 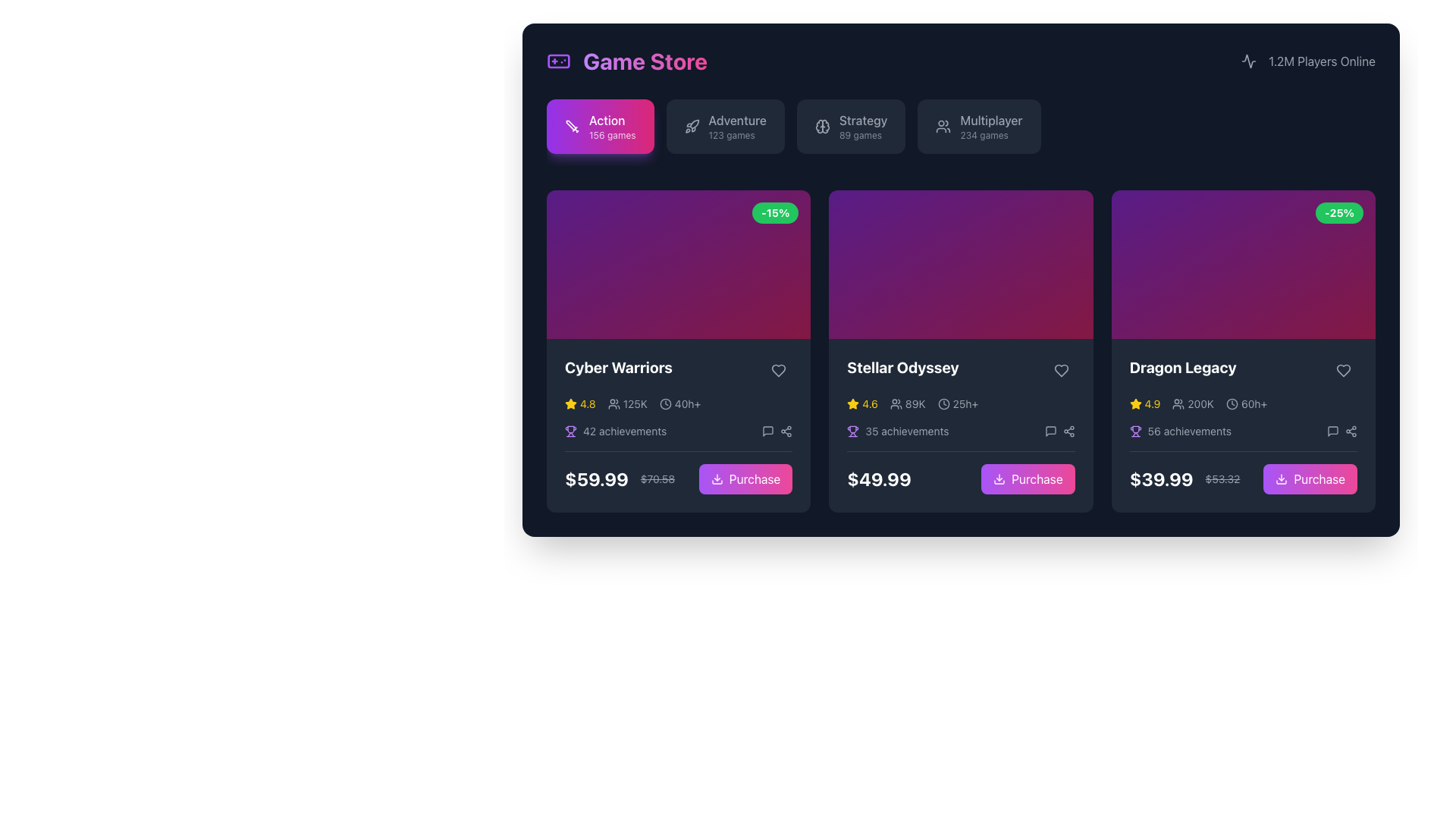 What do you see at coordinates (960, 403) in the screenshot?
I see `the details displayed in the Informational cluster for the game 'Stellar Odyssey', located in the center panel below the game title and above the achievements count` at bounding box center [960, 403].